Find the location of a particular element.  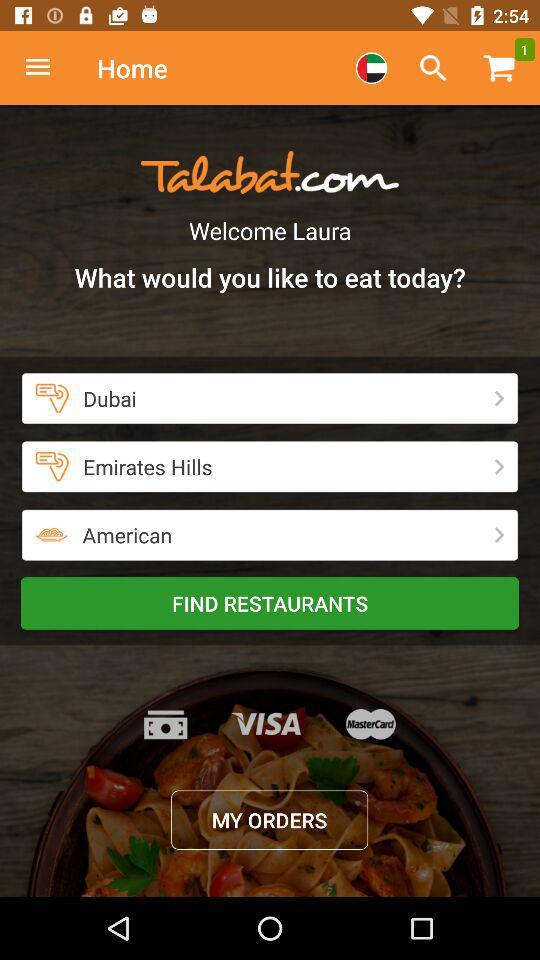

search your query is located at coordinates (432, 68).